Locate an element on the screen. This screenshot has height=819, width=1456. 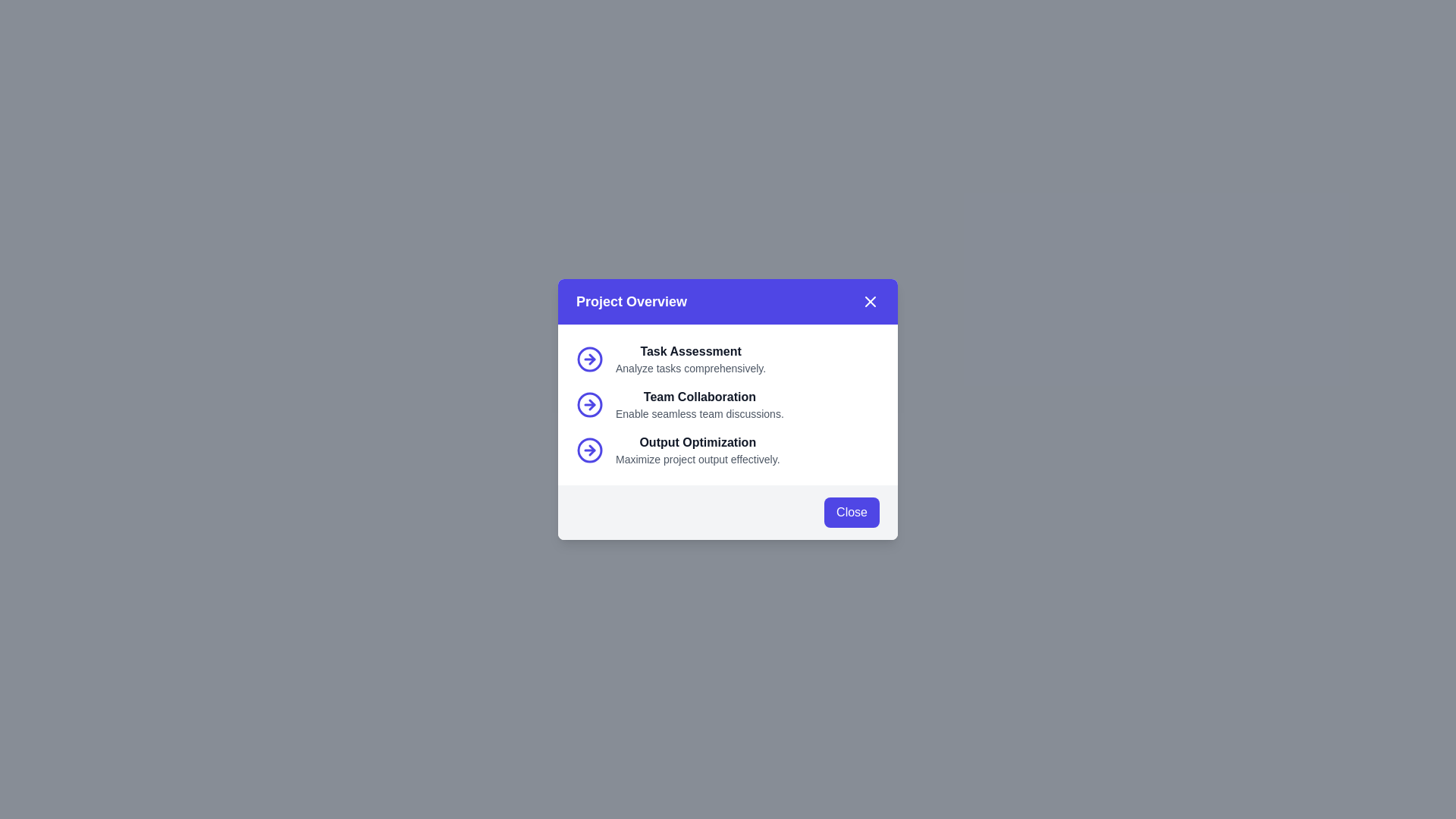
the 'Close' button with a vibrant indigo background and white text located at the bottom-right corner of the 'Project Overview' modal is located at coordinates (852, 512).